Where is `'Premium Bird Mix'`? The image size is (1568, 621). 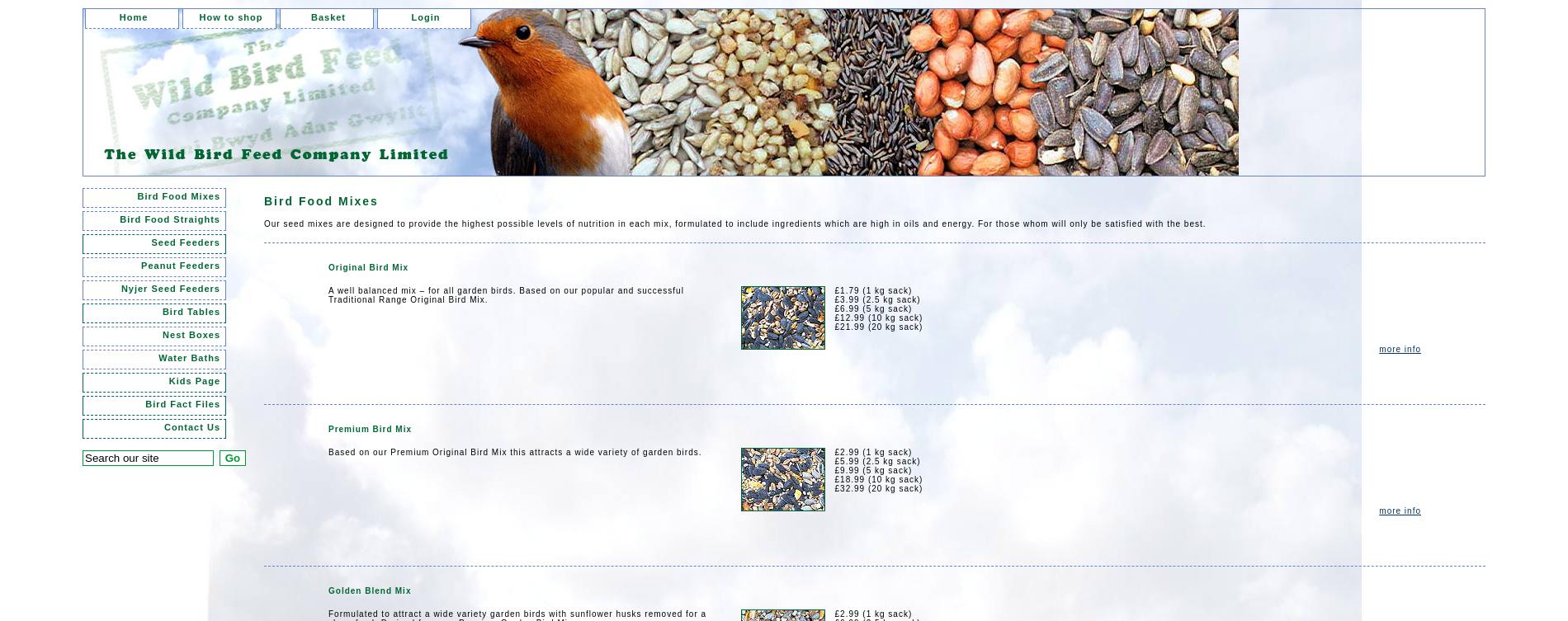
'Premium Bird Mix' is located at coordinates (328, 429).